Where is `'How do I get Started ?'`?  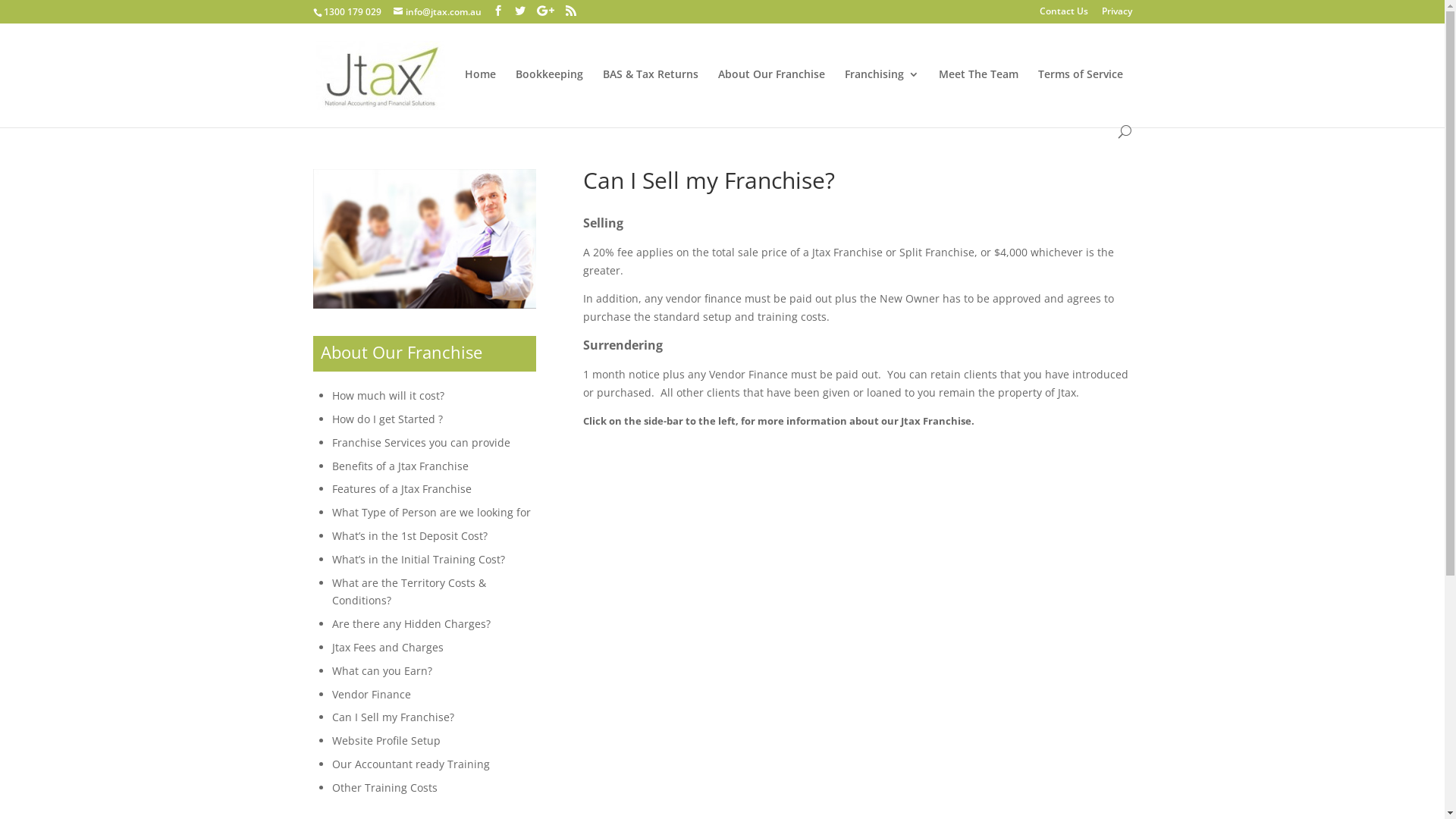
'How do I get Started ?' is located at coordinates (331, 419).